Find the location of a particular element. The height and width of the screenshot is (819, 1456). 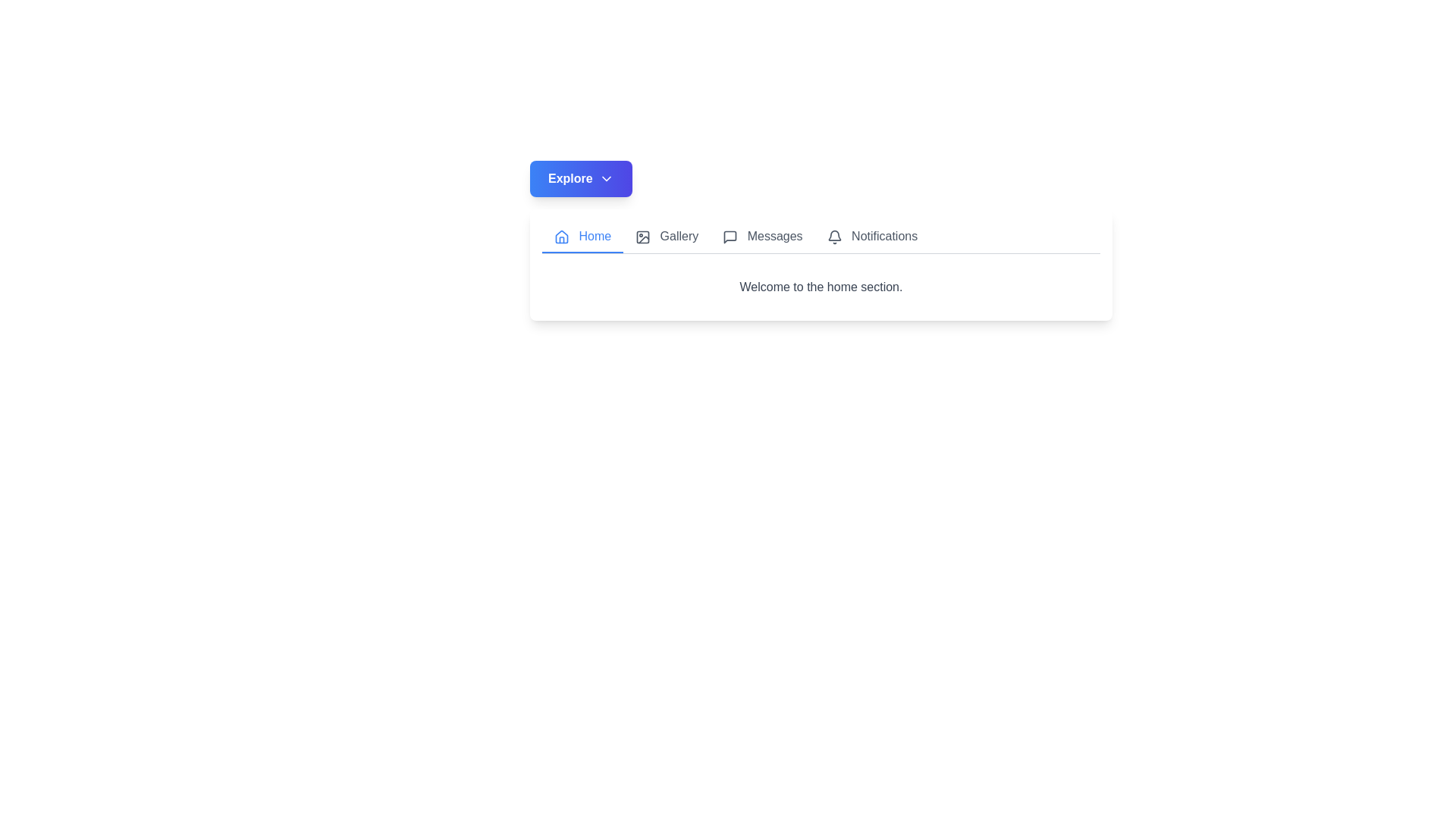

the bell icon in the horizontal navigation bar is located at coordinates (833, 237).